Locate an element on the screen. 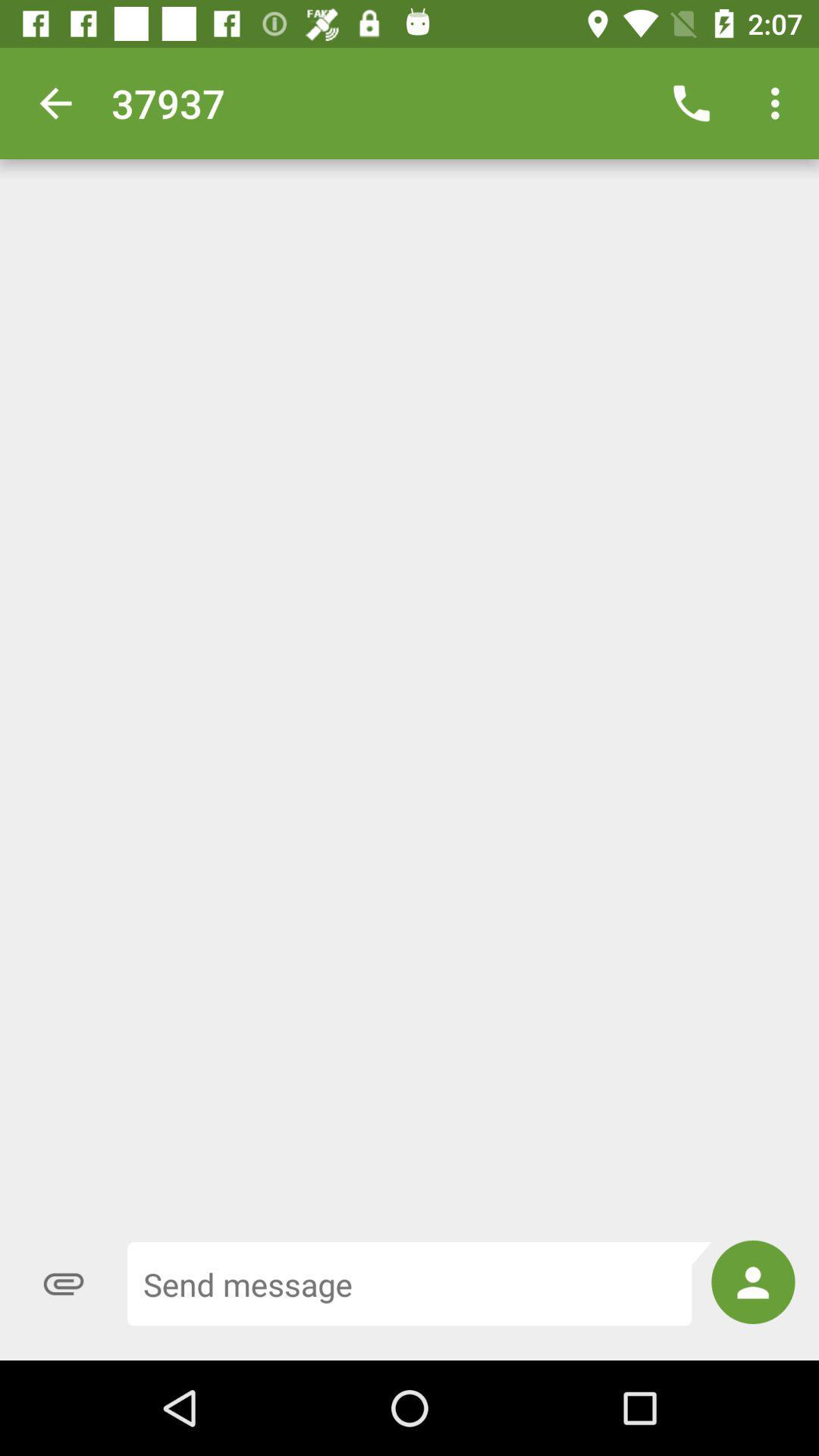 Image resolution: width=819 pixels, height=1456 pixels. item next to the 37937 item is located at coordinates (691, 102).